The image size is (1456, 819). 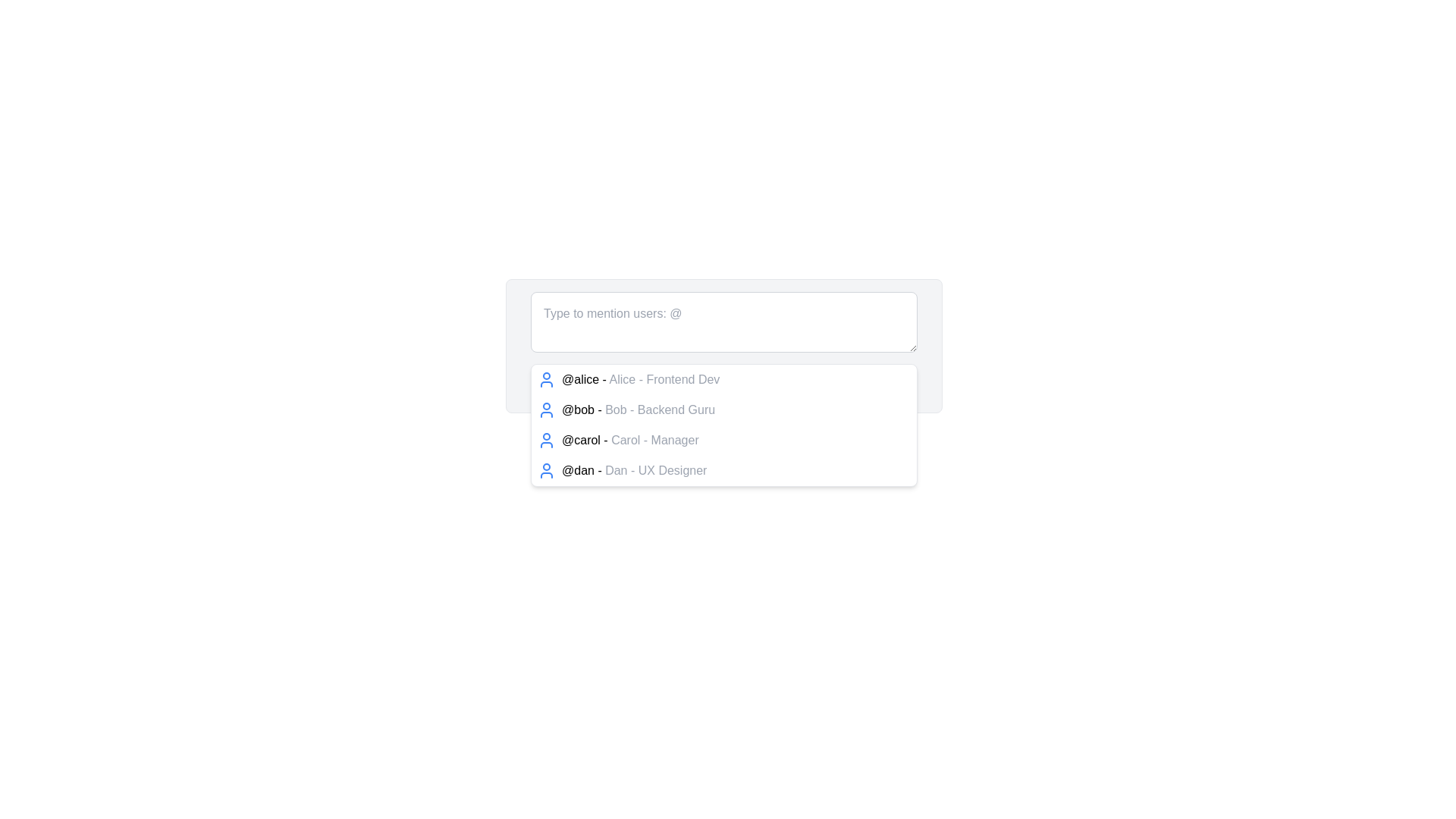 I want to click on the user suggestion for '@bob', which is the second entry in the list of user suggestions located below the input field labeled 'Type to mention users', so click(x=639, y=409).